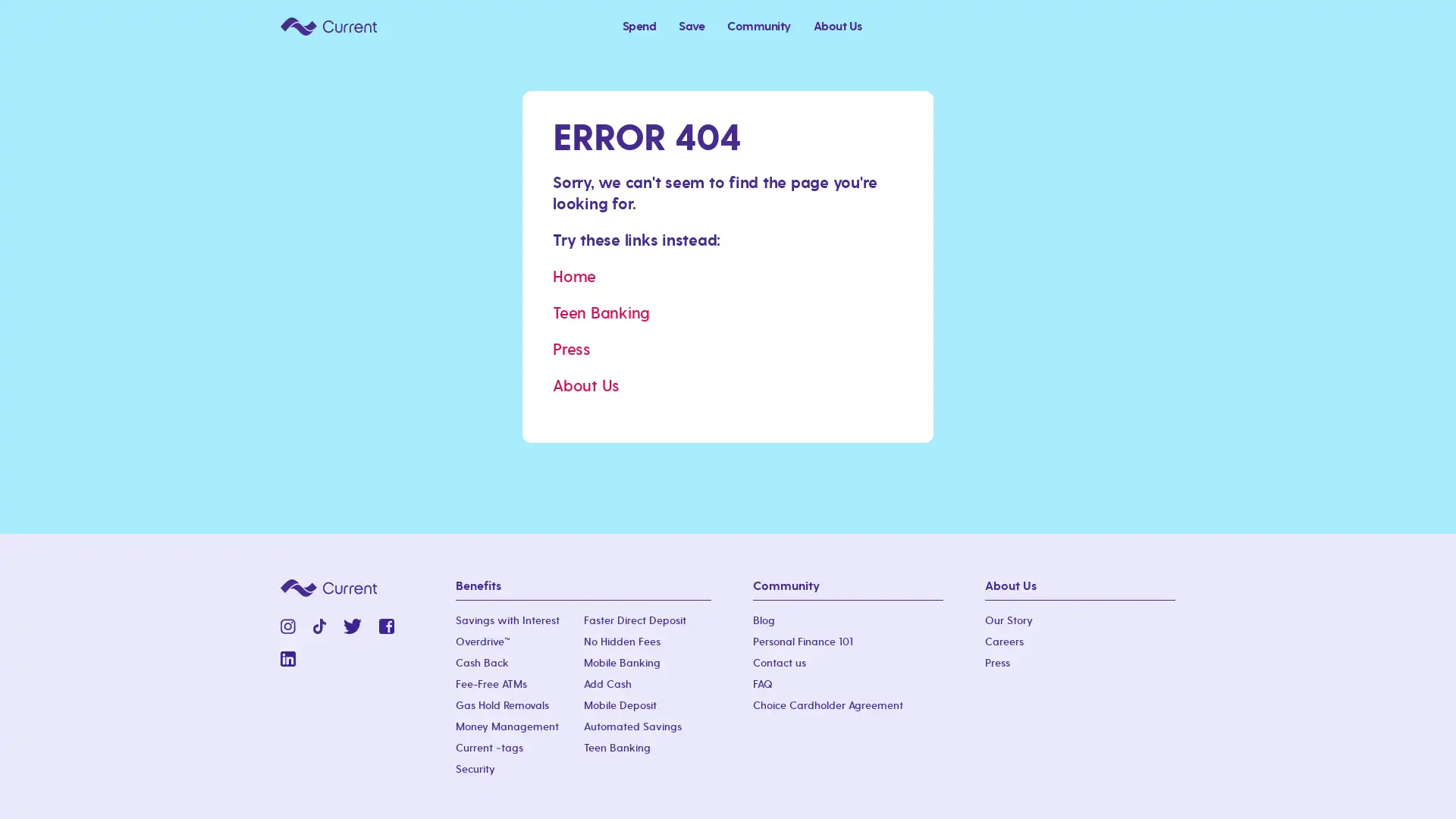  What do you see at coordinates (507, 726) in the screenshot?
I see `Money Management` at bounding box center [507, 726].